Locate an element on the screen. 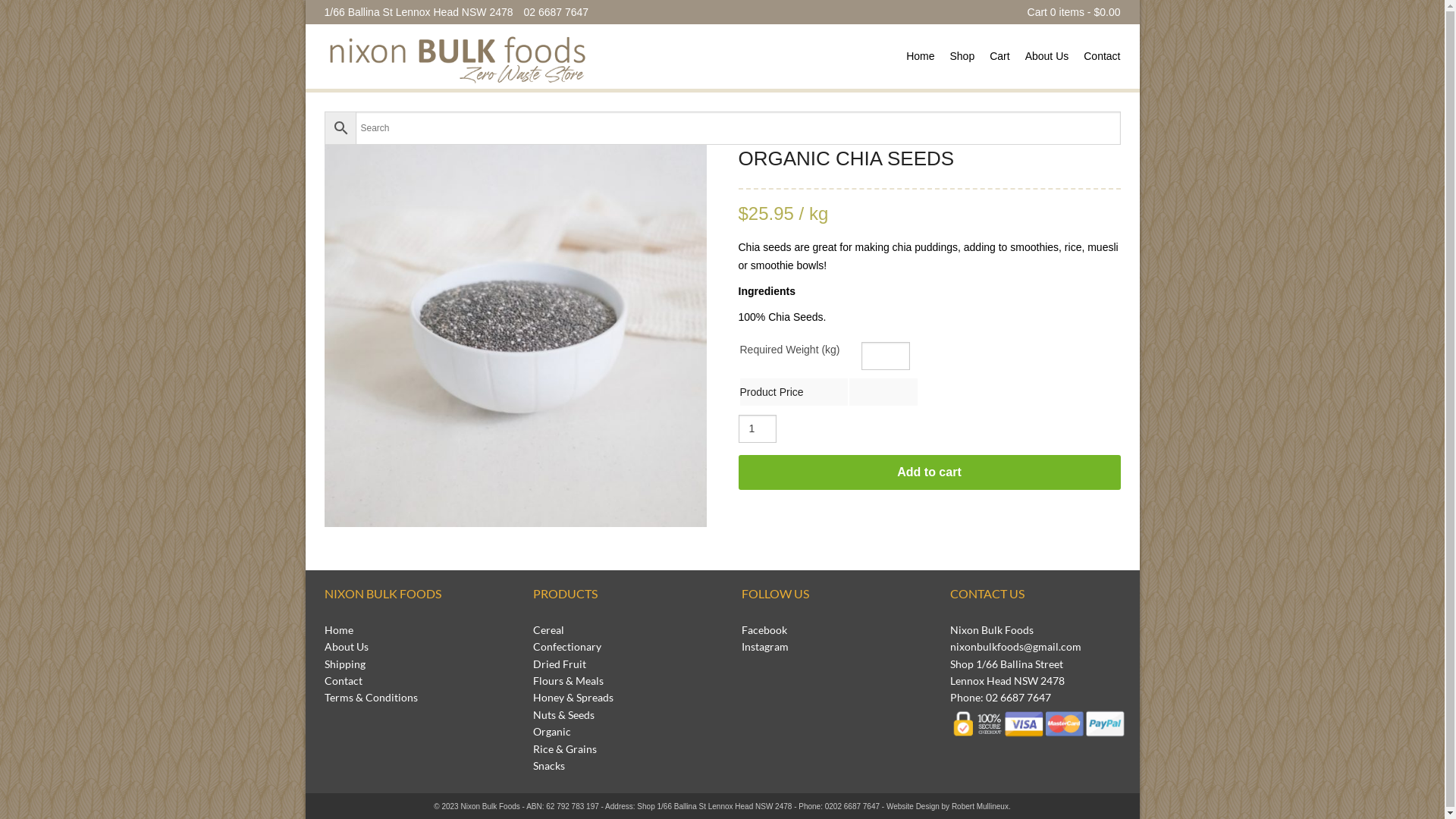  'Instagram' is located at coordinates (764, 646).